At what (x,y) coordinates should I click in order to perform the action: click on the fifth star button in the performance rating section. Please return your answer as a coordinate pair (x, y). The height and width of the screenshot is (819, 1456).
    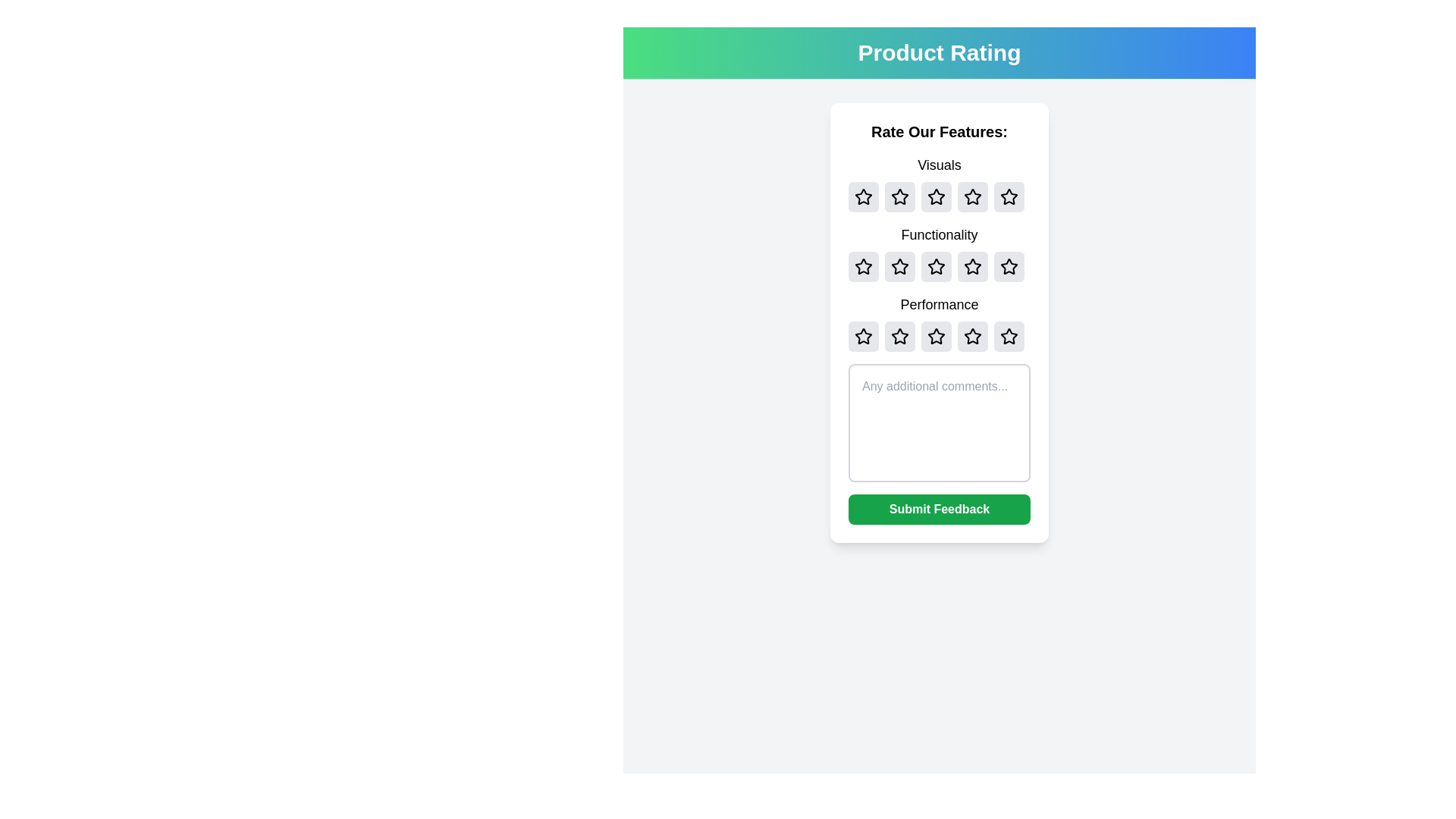
    Looking at the image, I should click on (1009, 335).